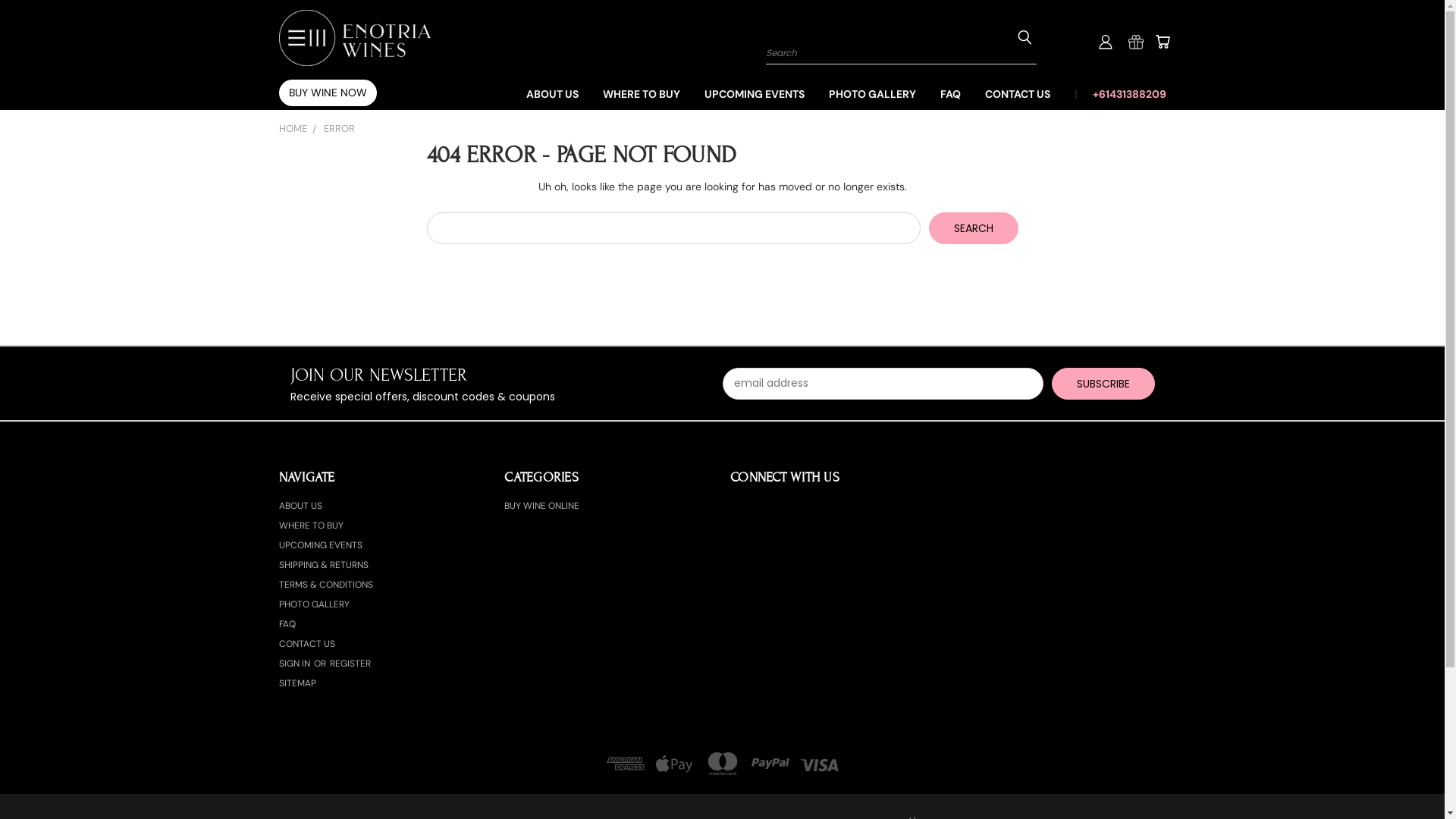  I want to click on 'TERMS & CONDITIONS', so click(325, 587).